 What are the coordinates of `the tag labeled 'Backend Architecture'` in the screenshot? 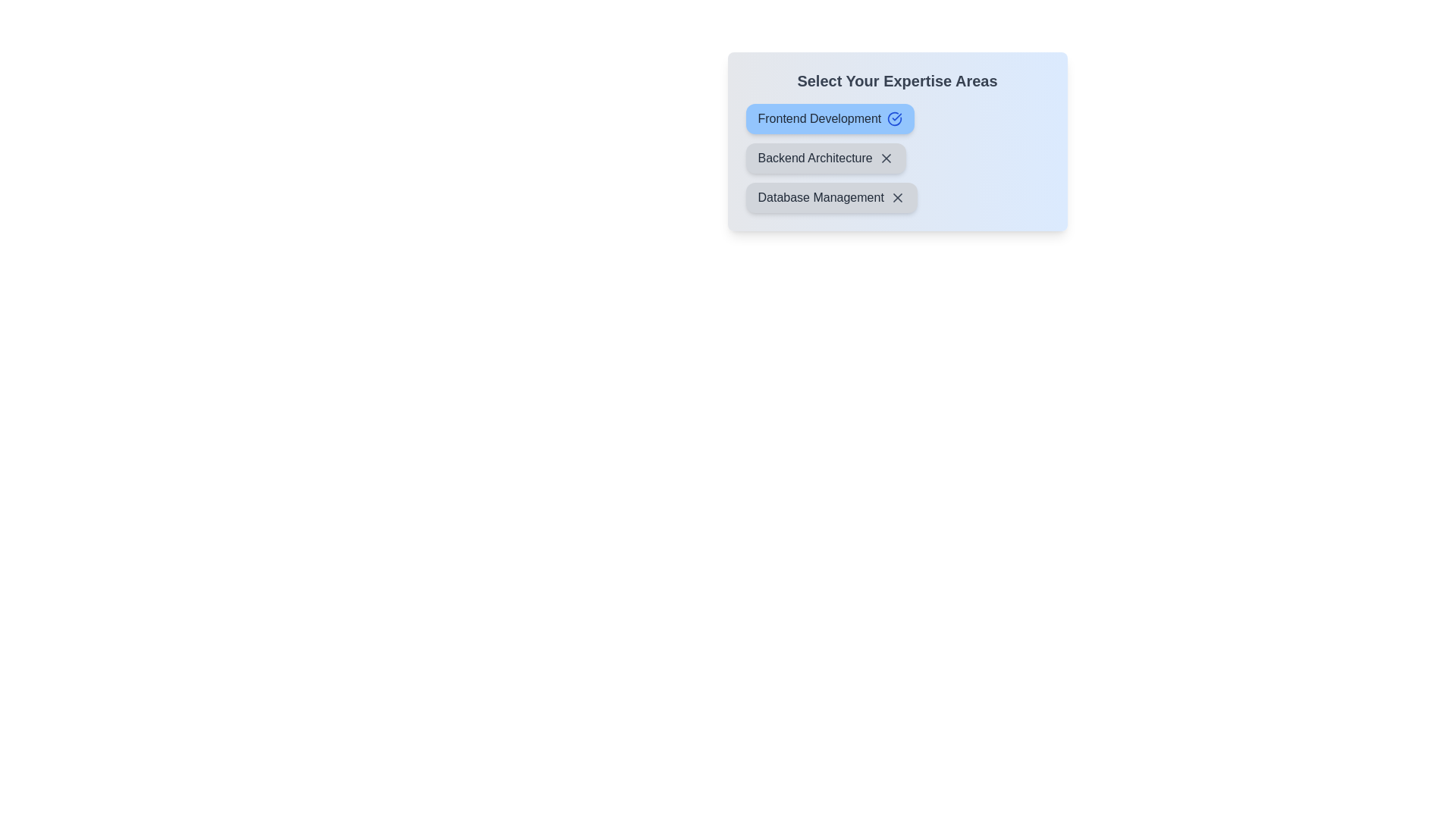 It's located at (825, 158).